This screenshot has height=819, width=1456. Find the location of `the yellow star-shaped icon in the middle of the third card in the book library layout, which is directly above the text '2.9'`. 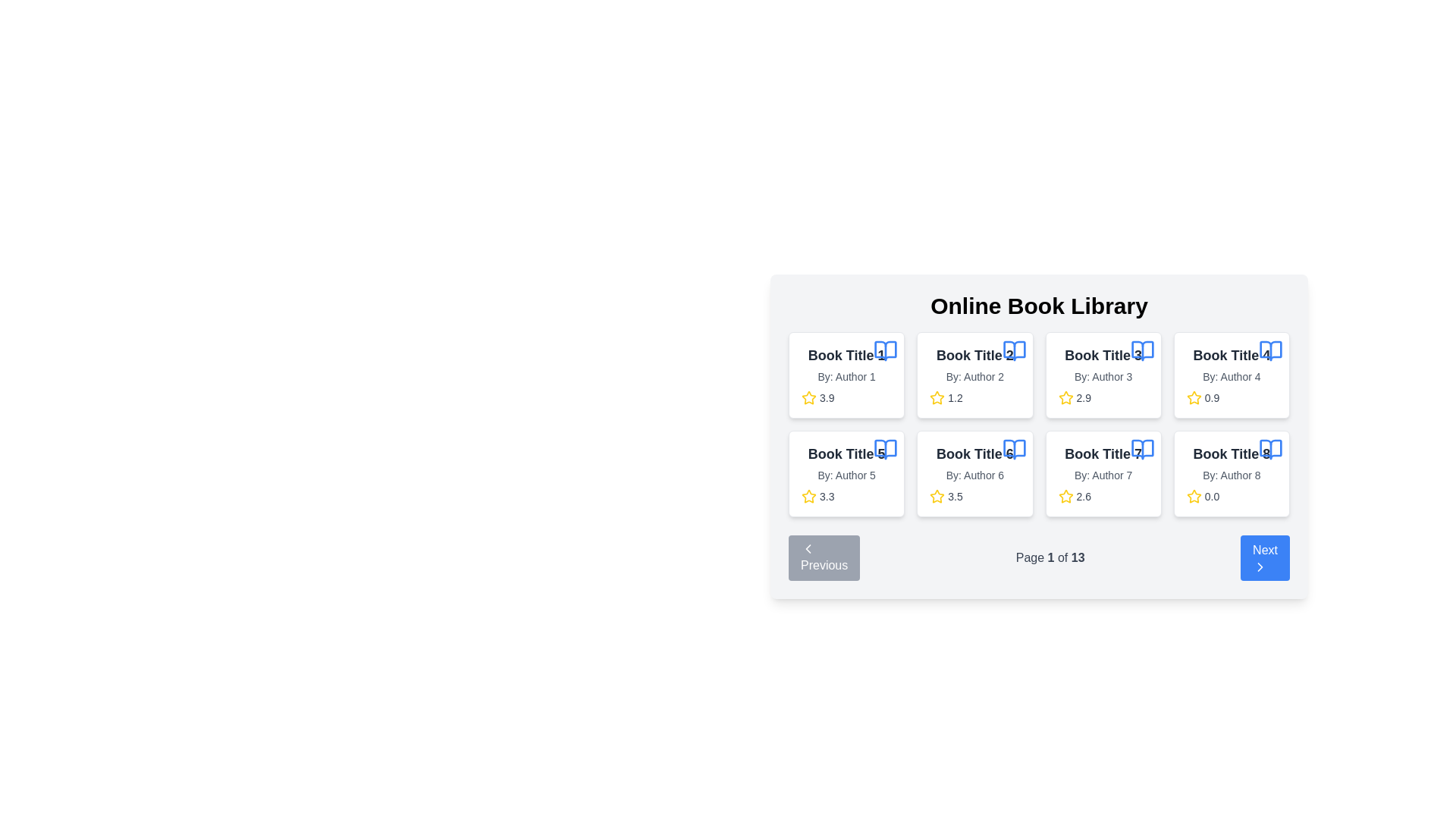

the yellow star-shaped icon in the middle of the third card in the book library layout, which is directly above the text '2.9' is located at coordinates (1065, 397).